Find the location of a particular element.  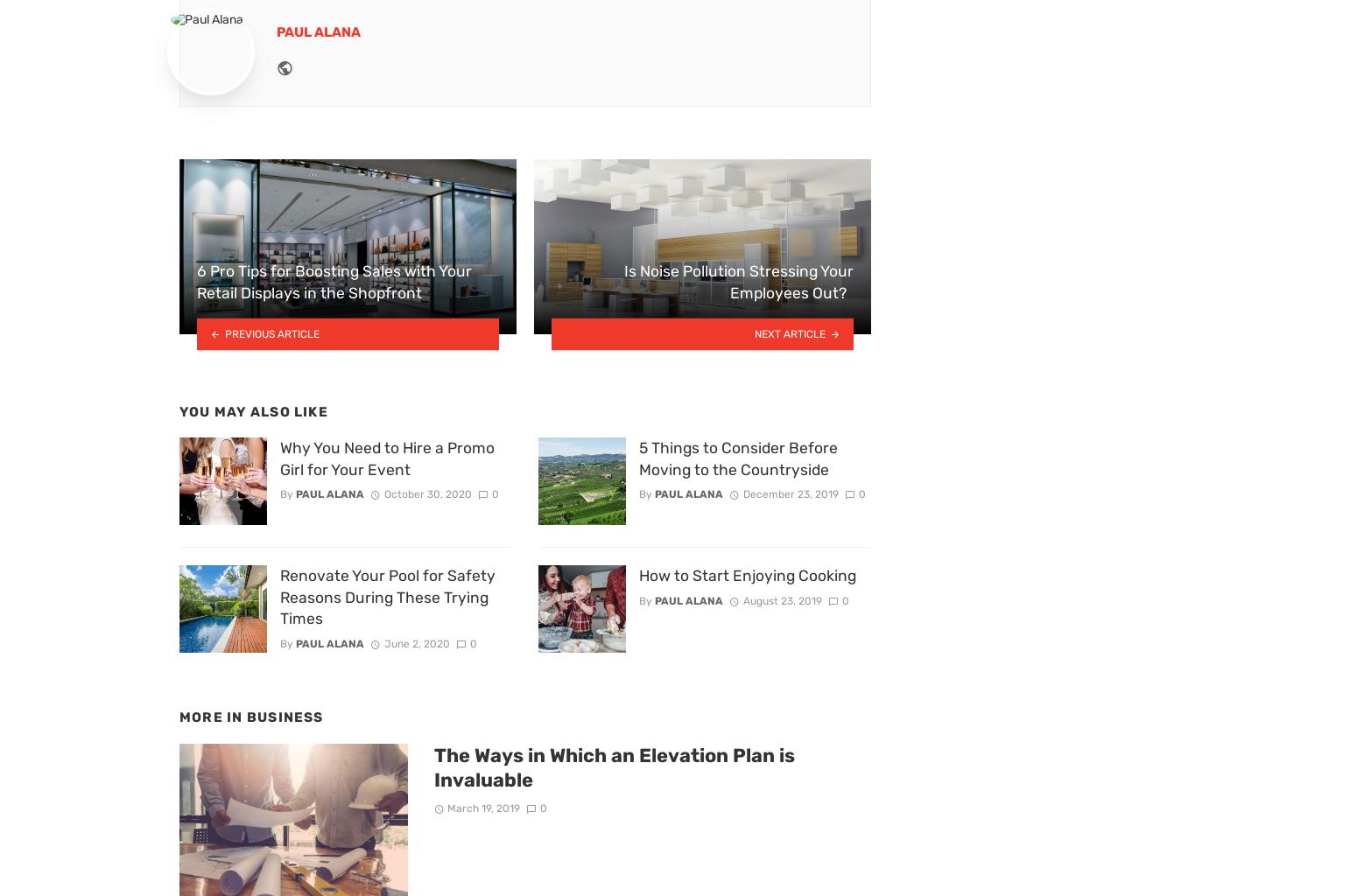

'Next article' is located at coordinates (754, 333).